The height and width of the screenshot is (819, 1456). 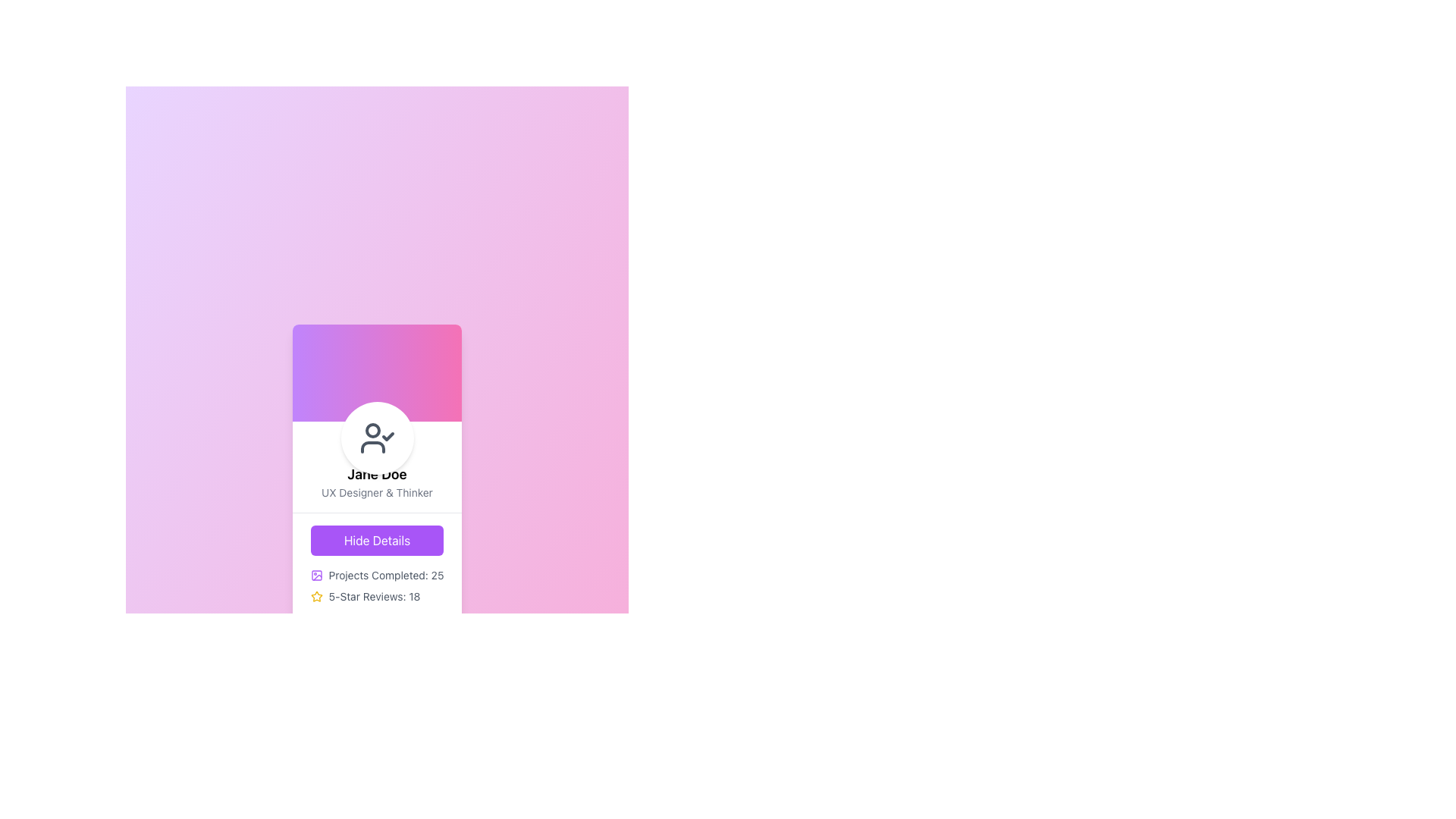 I want to click on the 'Hide Details' button with a purple background and white text located at the bottom of the card component, so click(x=377, y=564).